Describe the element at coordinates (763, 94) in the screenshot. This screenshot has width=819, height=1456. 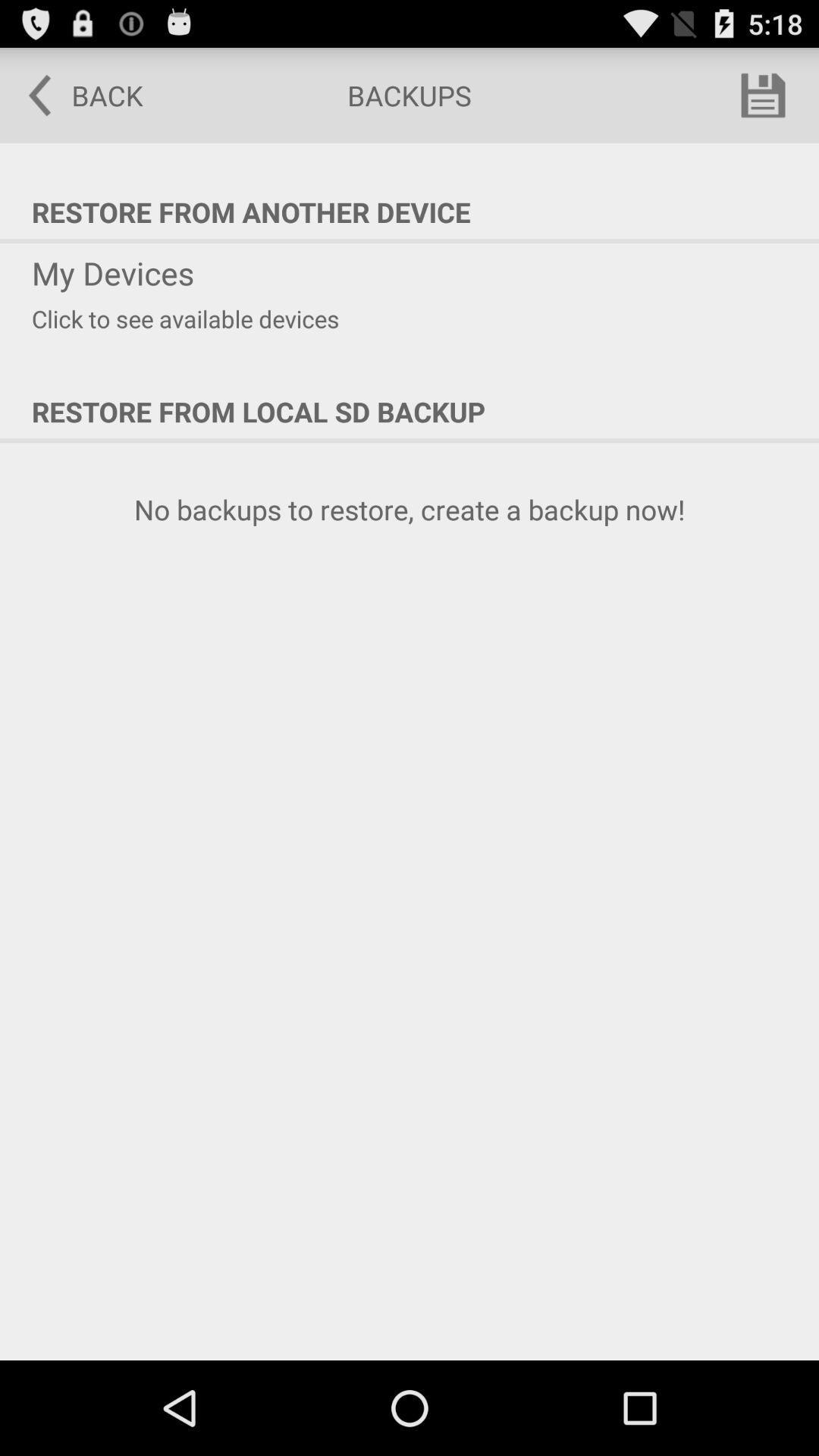
I see `app next to the backups item` at that location.